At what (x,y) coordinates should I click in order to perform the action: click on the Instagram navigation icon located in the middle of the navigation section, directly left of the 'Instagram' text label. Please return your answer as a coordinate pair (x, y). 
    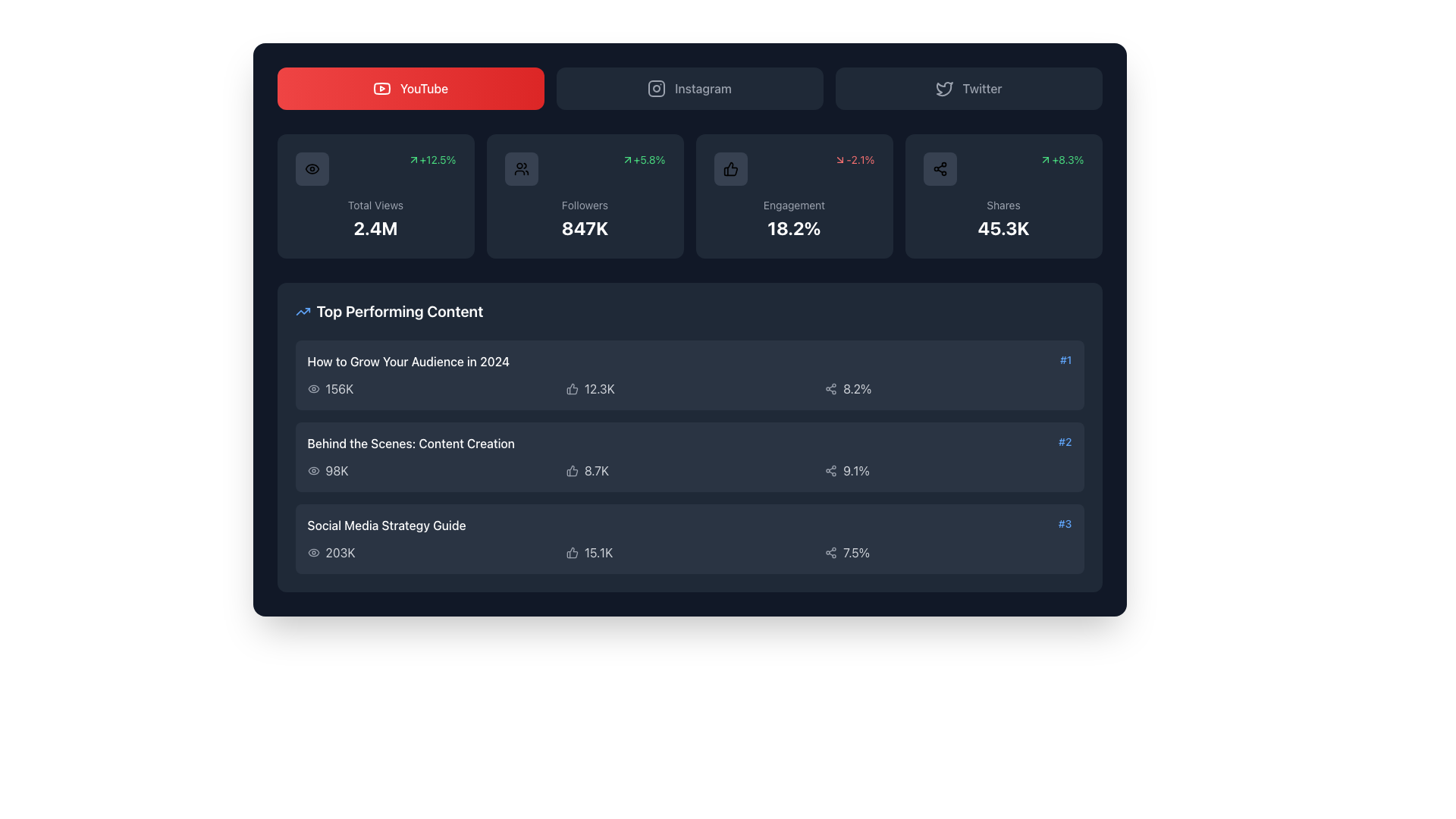
    Looking at the image, I should click on (656, 88).